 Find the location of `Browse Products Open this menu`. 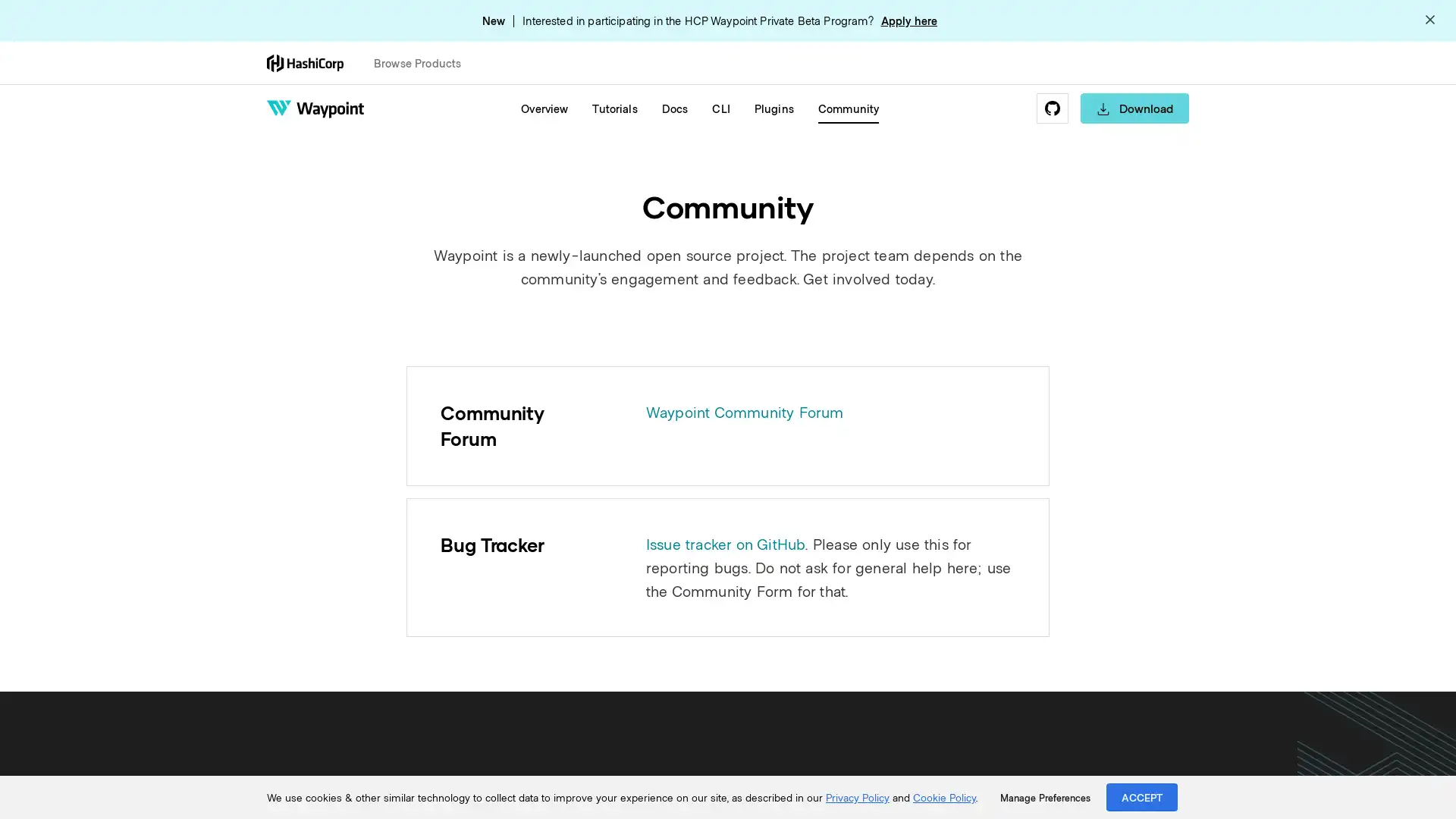

Browse Products Open this menu is located at coordinates (424, 62).